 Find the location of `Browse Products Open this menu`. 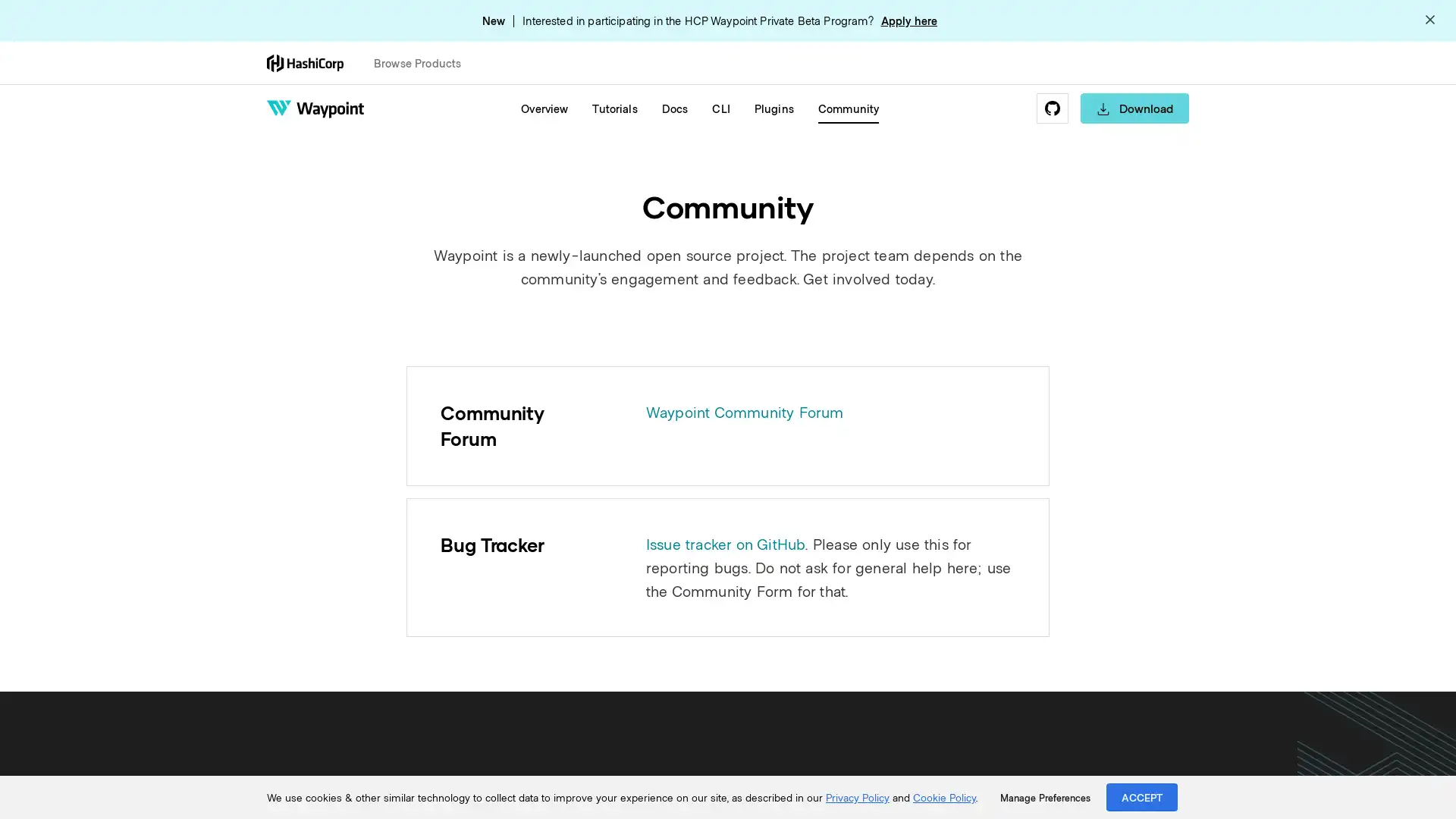

Browse Products Open this menu is located at coordinates (424, 62).